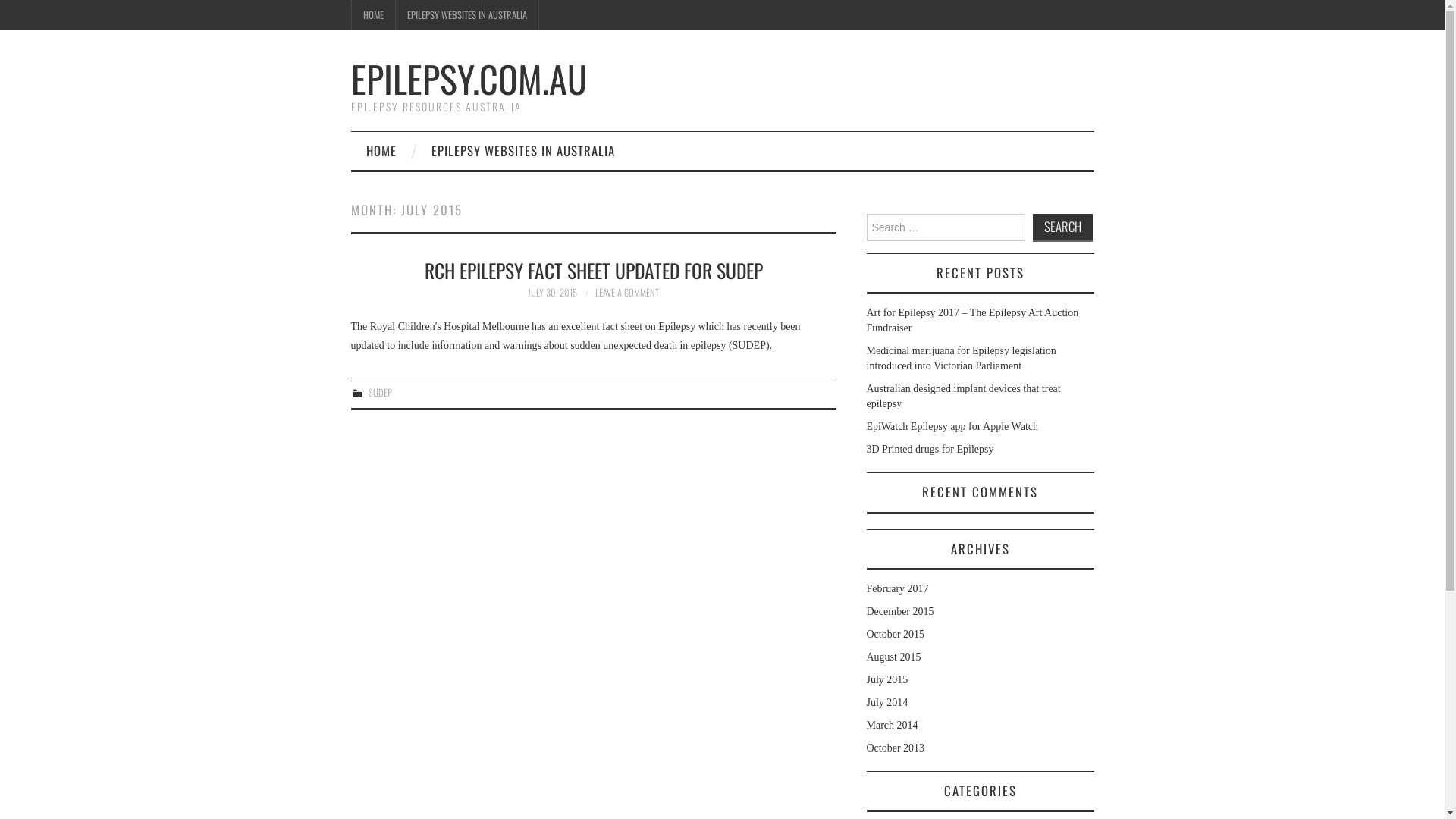 The width and height of the screenshot is (1456, 819). I want to click on 'Search', so click(1062, 227).